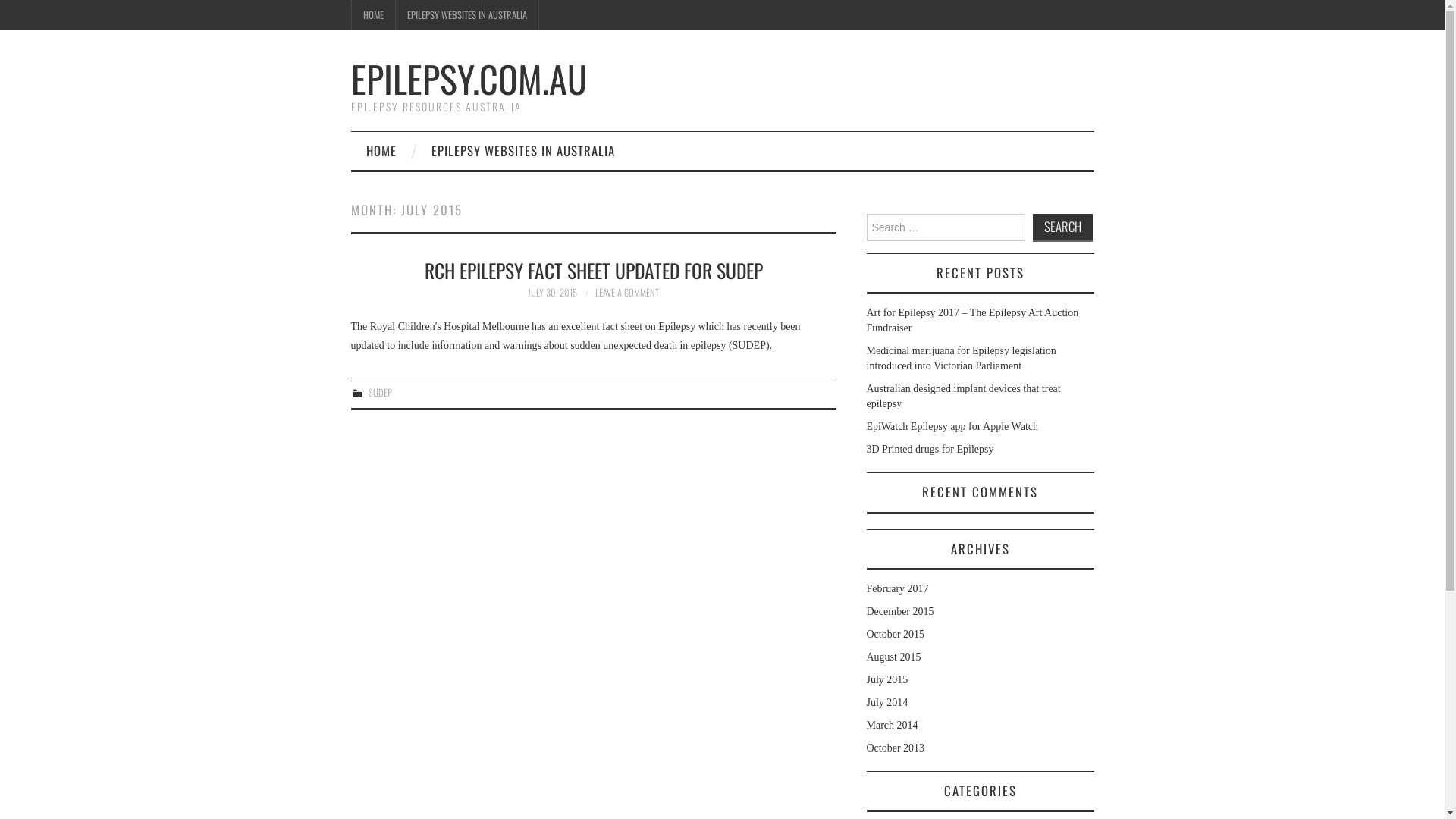 The width and height of the screenshot is (1456, 819). I want to click on 'Search', so click(1062, 227).